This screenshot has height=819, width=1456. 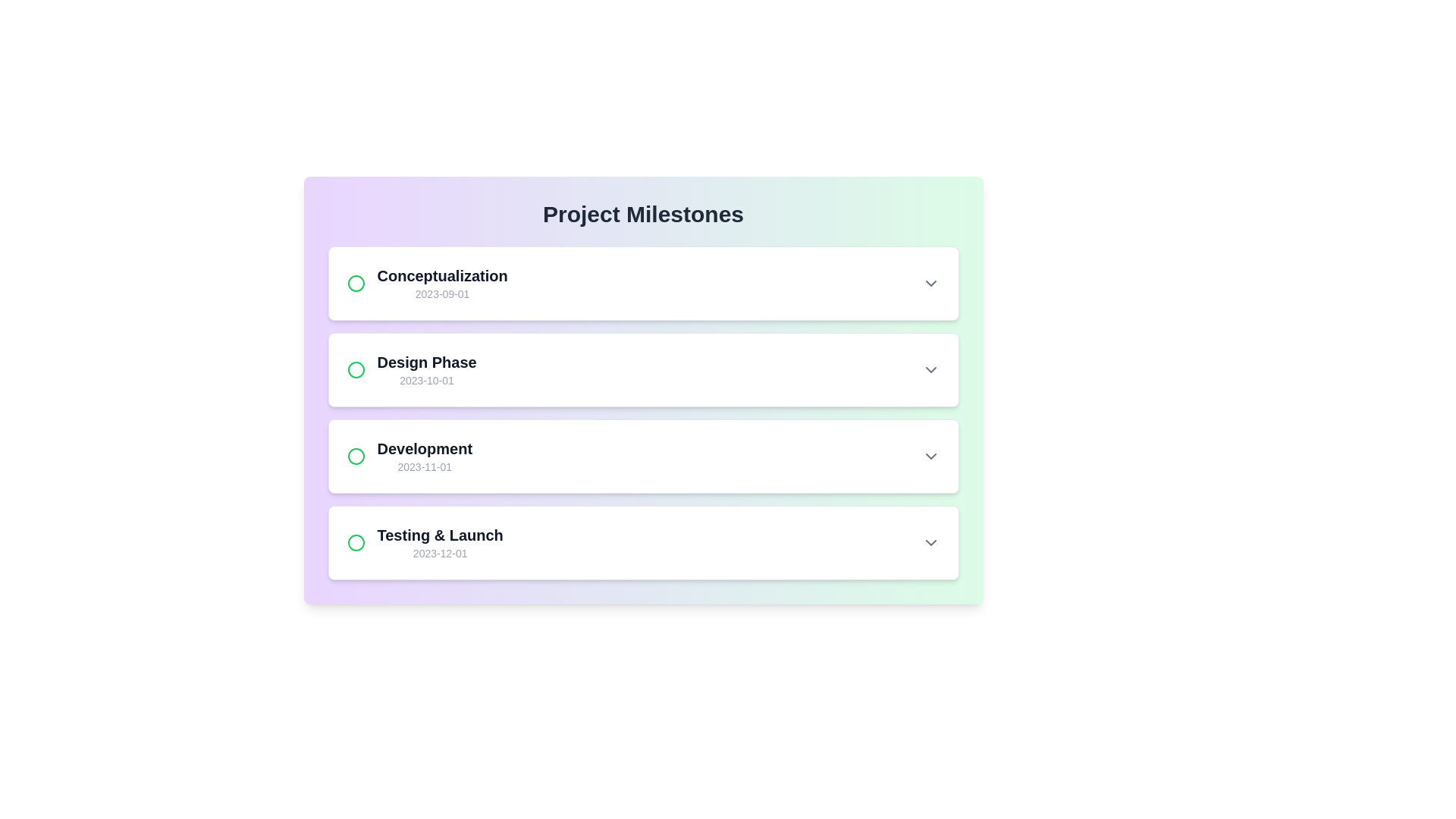 What do you see at coordinates (355, 455) in the screenshot?
I see `the circular icon with a green border located to the left of the 'Development' text label within the third milestone in the milestone list` at bounding box center [355, 455].